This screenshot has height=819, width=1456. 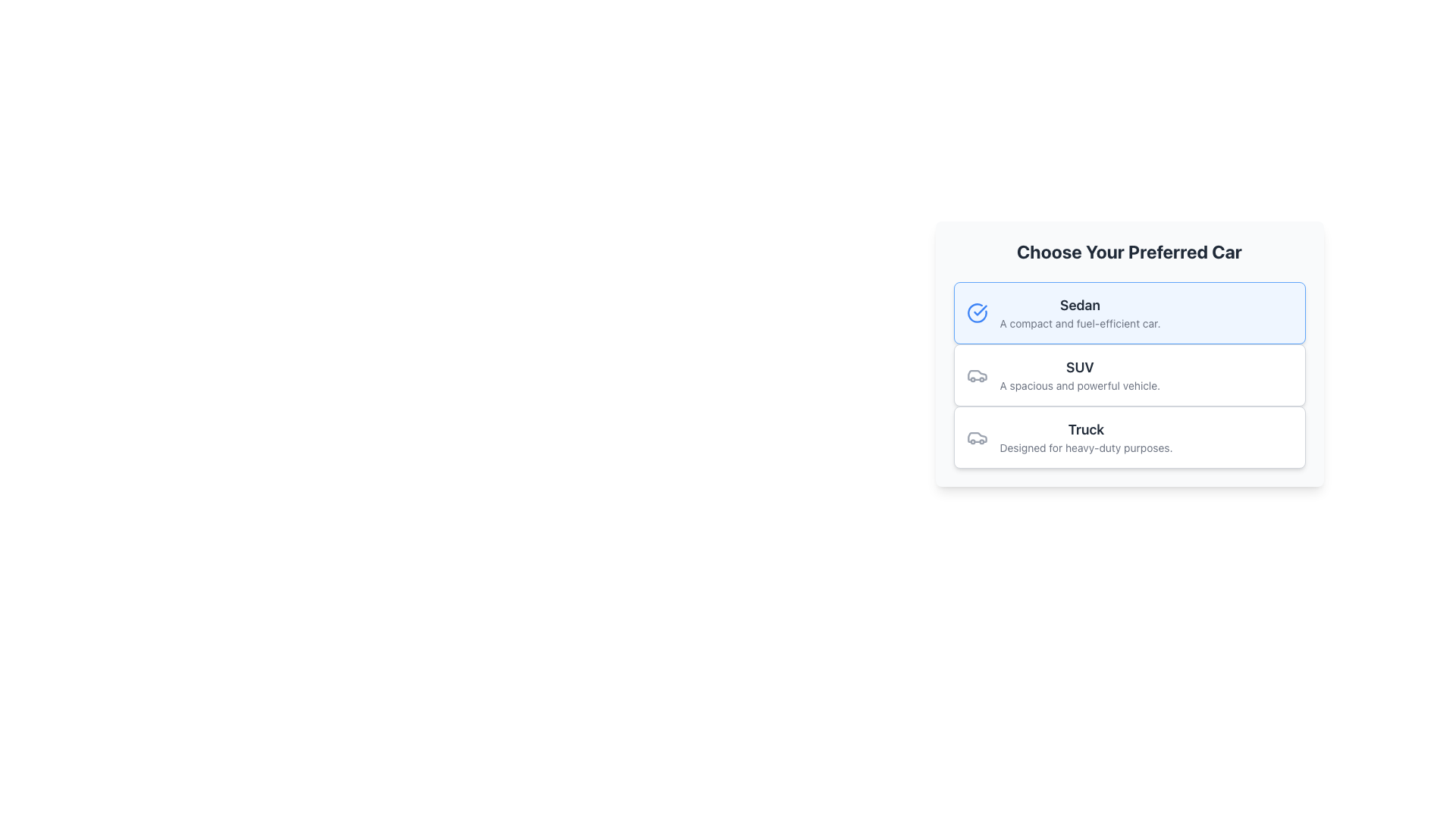 What do you see at coordinates (977, 312) in the screenshot?
I see `'Sedan' selection icon, which is a circular segment on the left side of the 'Sedan' option within the selection group, for accessibility purposes` at bounding box center [977, 312].